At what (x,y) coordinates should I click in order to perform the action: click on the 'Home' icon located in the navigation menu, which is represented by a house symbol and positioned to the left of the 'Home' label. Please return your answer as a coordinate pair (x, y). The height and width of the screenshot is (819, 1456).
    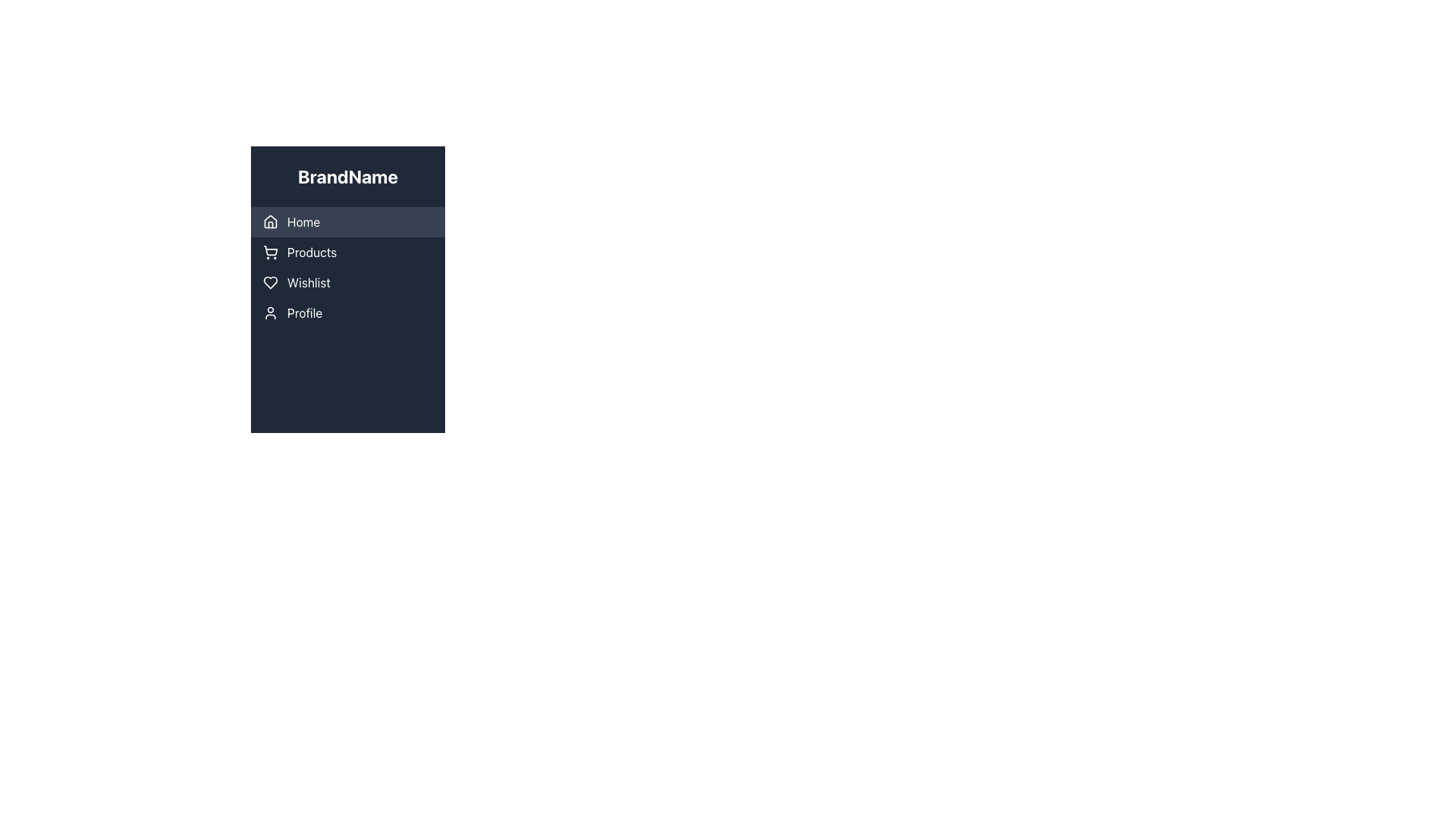
    Looking at the image, I should click on (270, 221).